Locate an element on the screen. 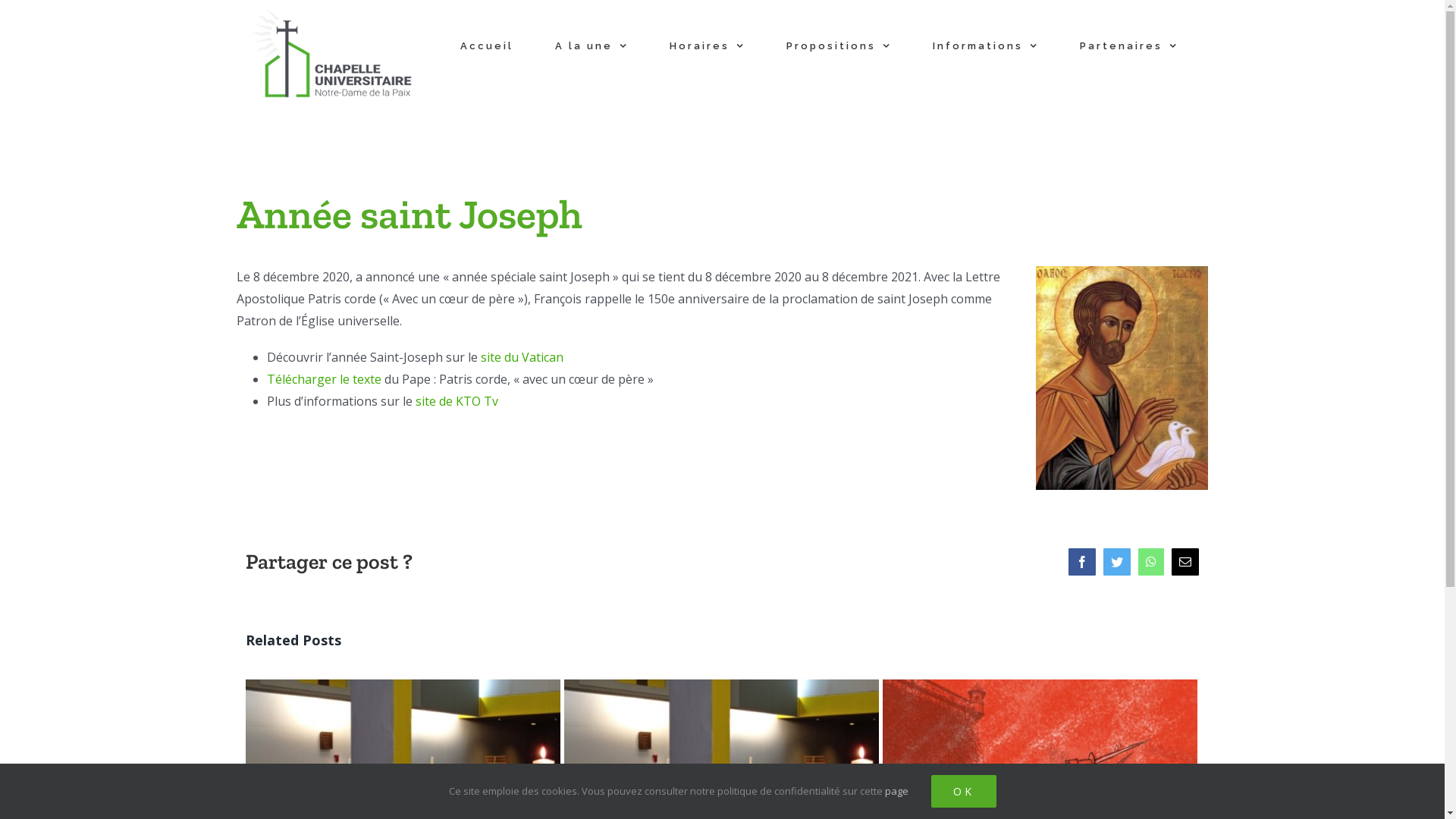 The image size is (1456, 819). 'site de KTO Tv' is located at coordinates (456, 400).